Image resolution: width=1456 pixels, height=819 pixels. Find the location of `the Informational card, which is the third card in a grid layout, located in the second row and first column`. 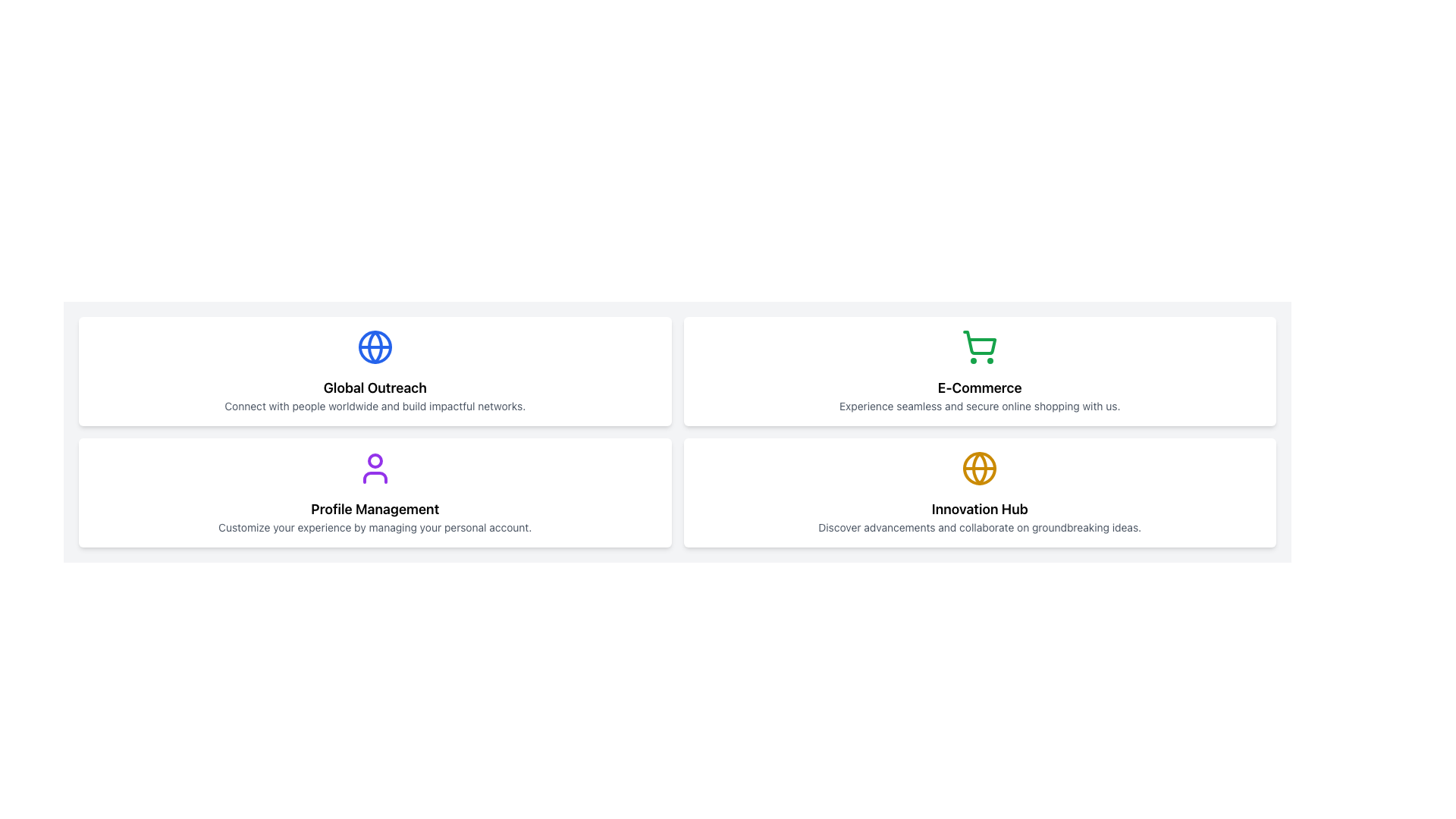

the Informational card, which is the third card in a grid layout, located in the second row and first column is located at coordinates (375, 493).